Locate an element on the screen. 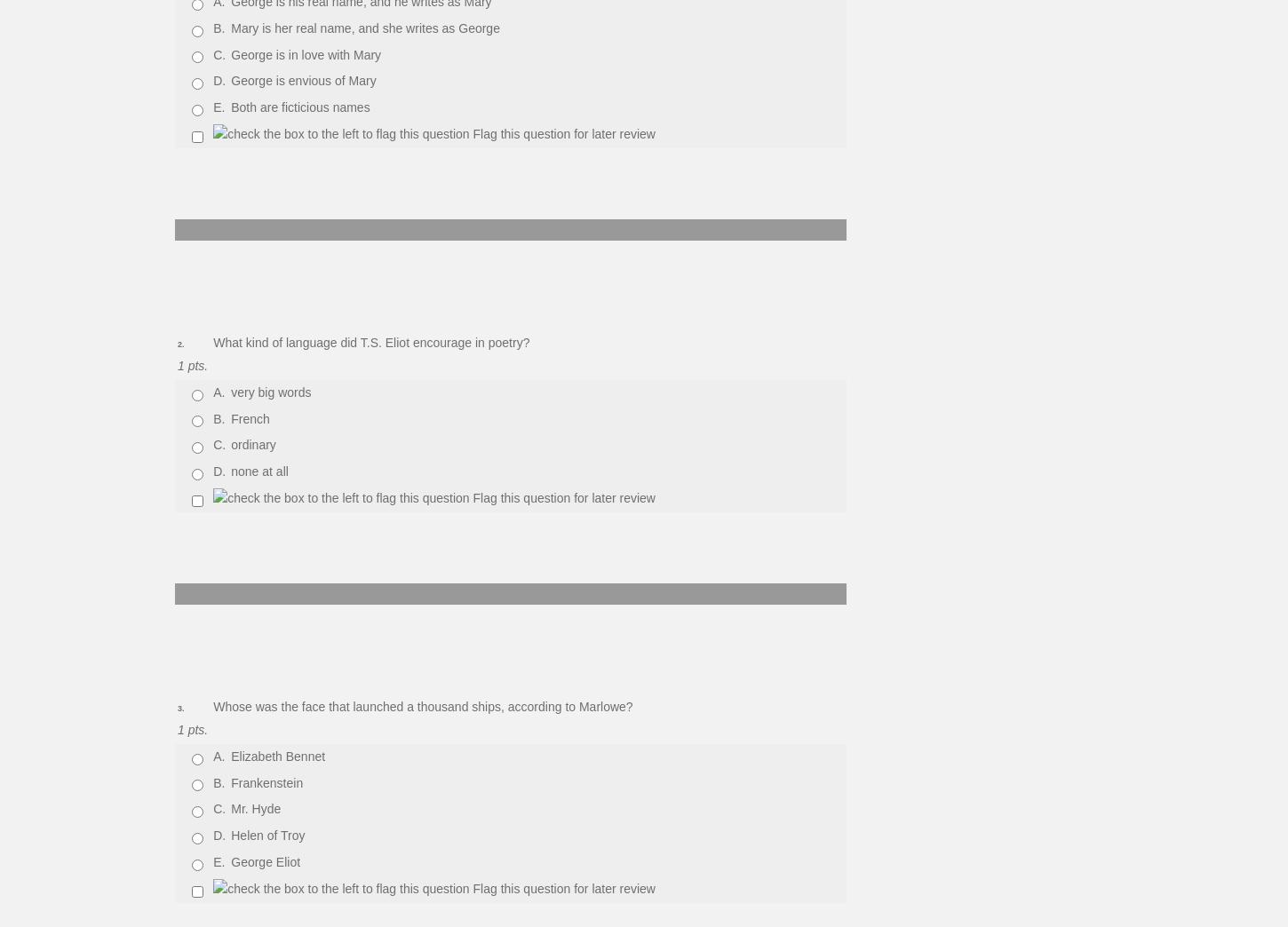 This screenshot has width=1288, height=927. 'Whose was the face that launched a thousand ships, according to Marlowe?' is located at coordinates (422, 706).